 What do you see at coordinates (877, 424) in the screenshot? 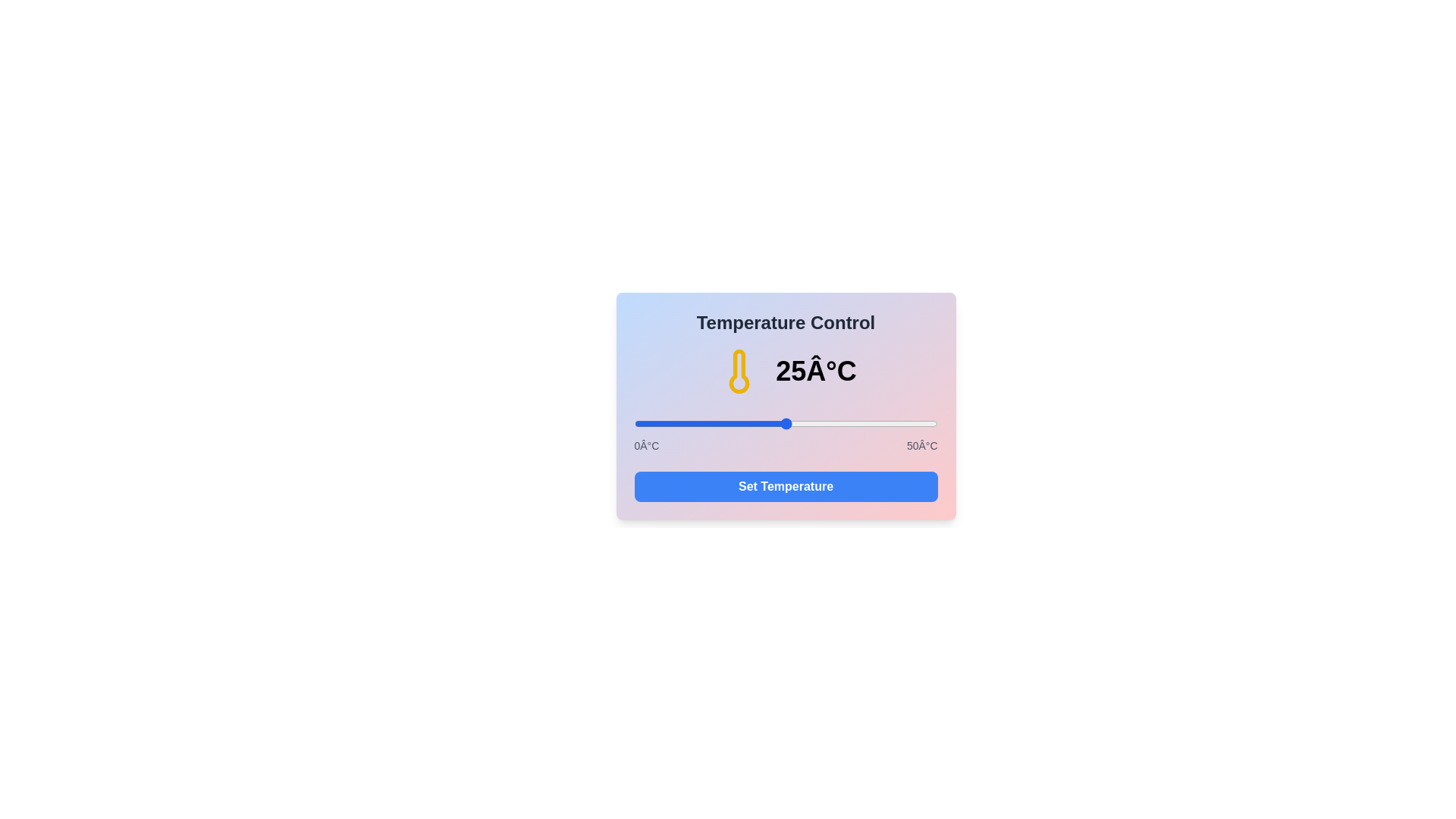
I see `the temperature slider to 40°C` at bounding box center [877, 424].